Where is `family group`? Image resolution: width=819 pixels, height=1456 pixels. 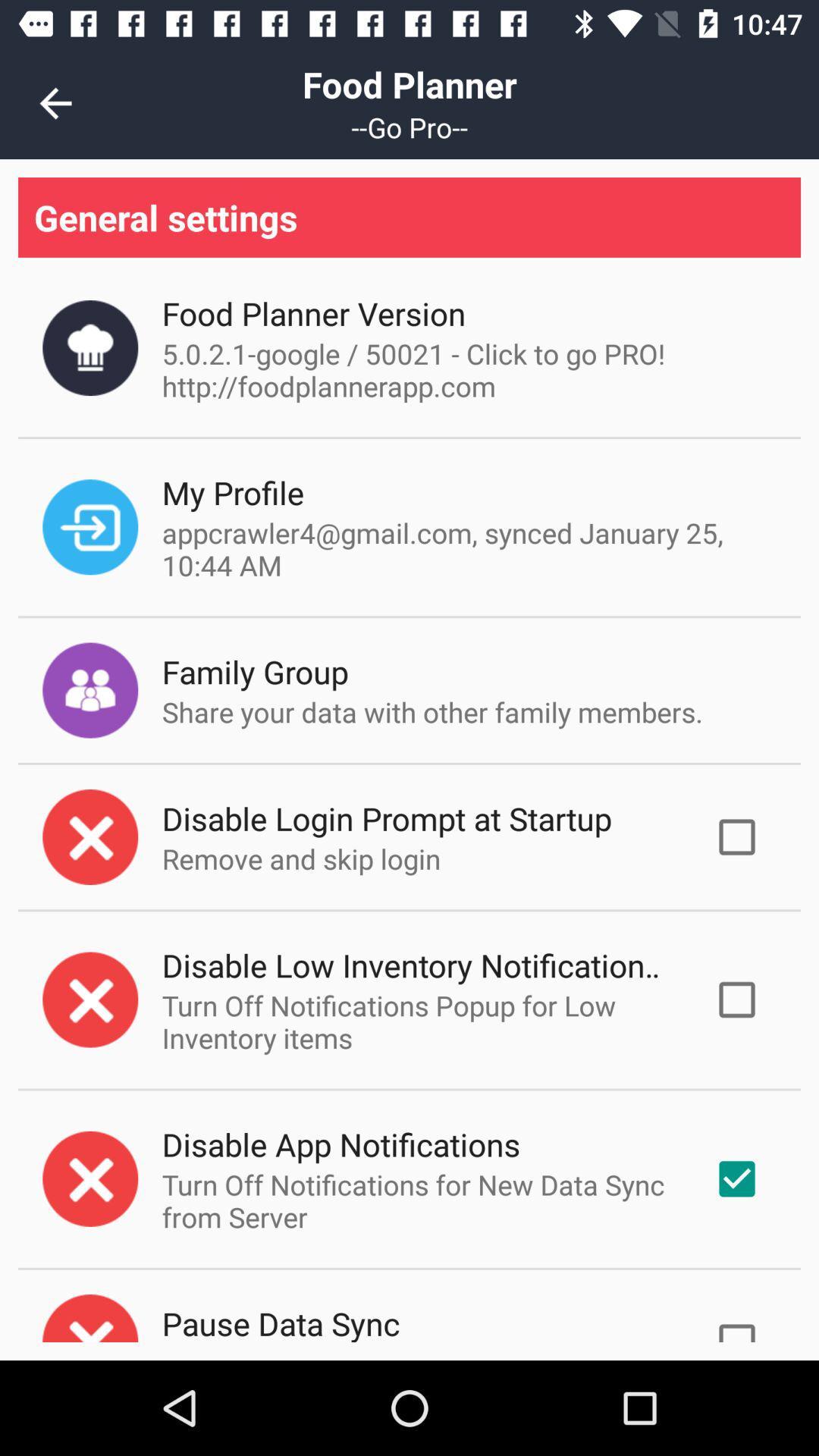 family group is located at coordinates (254, 670).